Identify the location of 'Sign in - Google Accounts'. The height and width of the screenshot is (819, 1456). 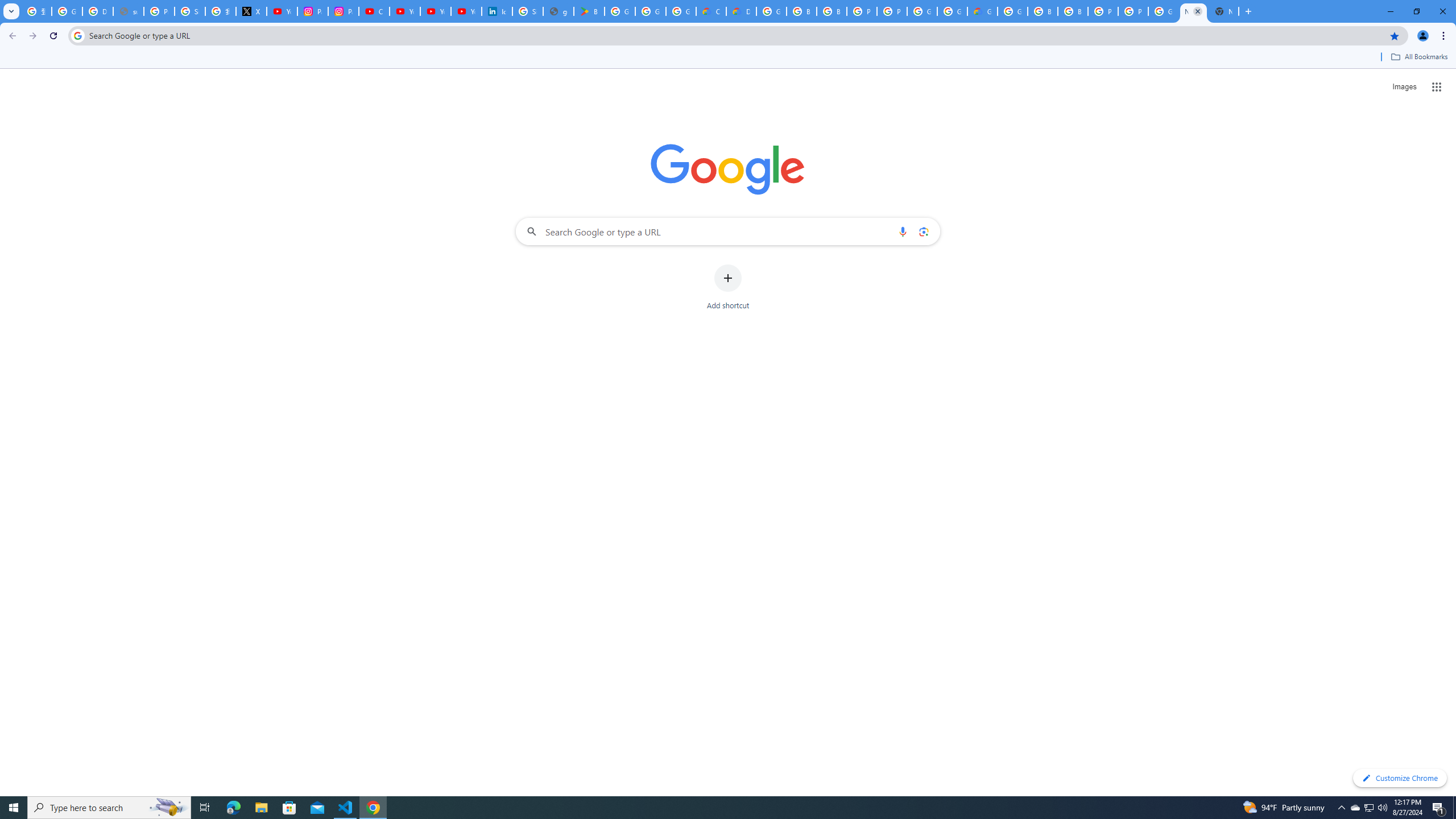
(190, 11).